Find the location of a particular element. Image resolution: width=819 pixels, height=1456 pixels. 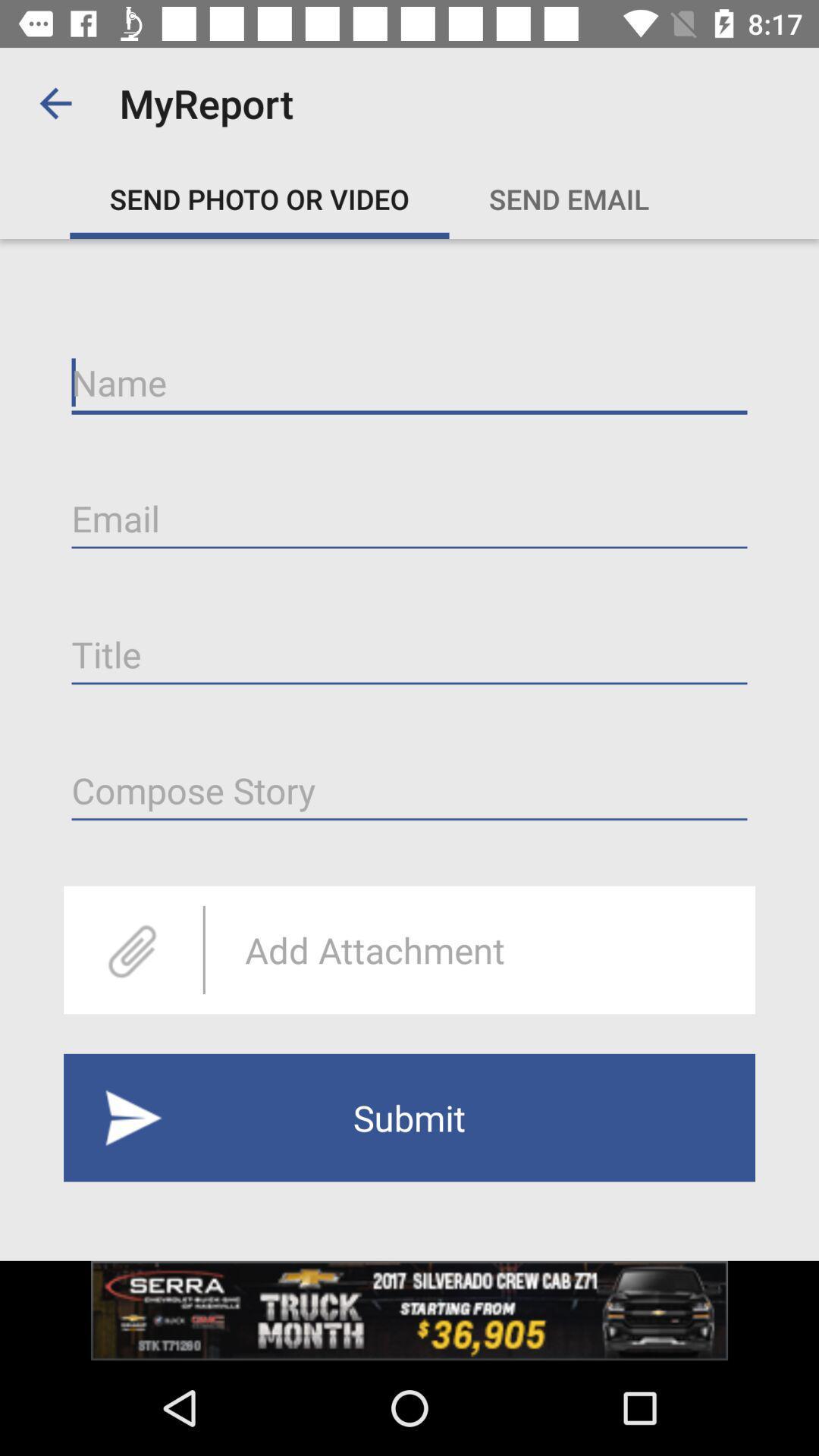

story text is located at coordinates (409, 790).